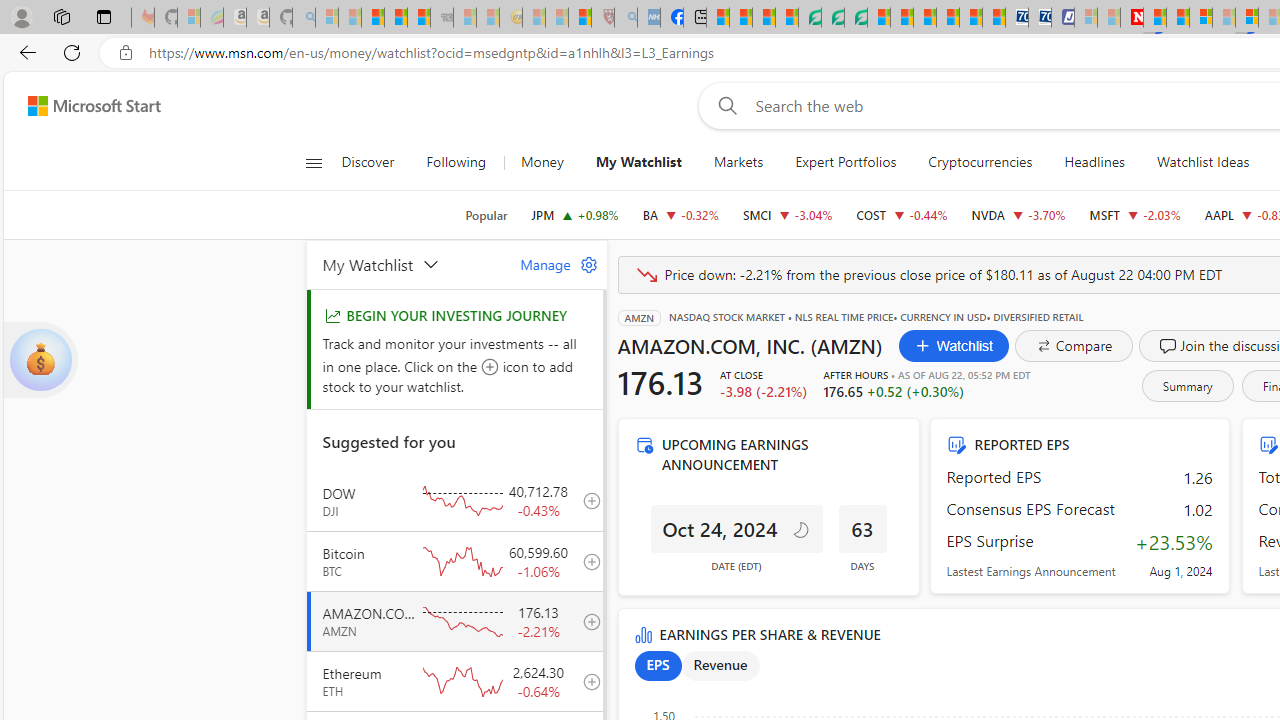  Describe the element at coordinates (534, 17) in the screenshot. I see `'Recipes - MSN - Sleeping'` at that location.